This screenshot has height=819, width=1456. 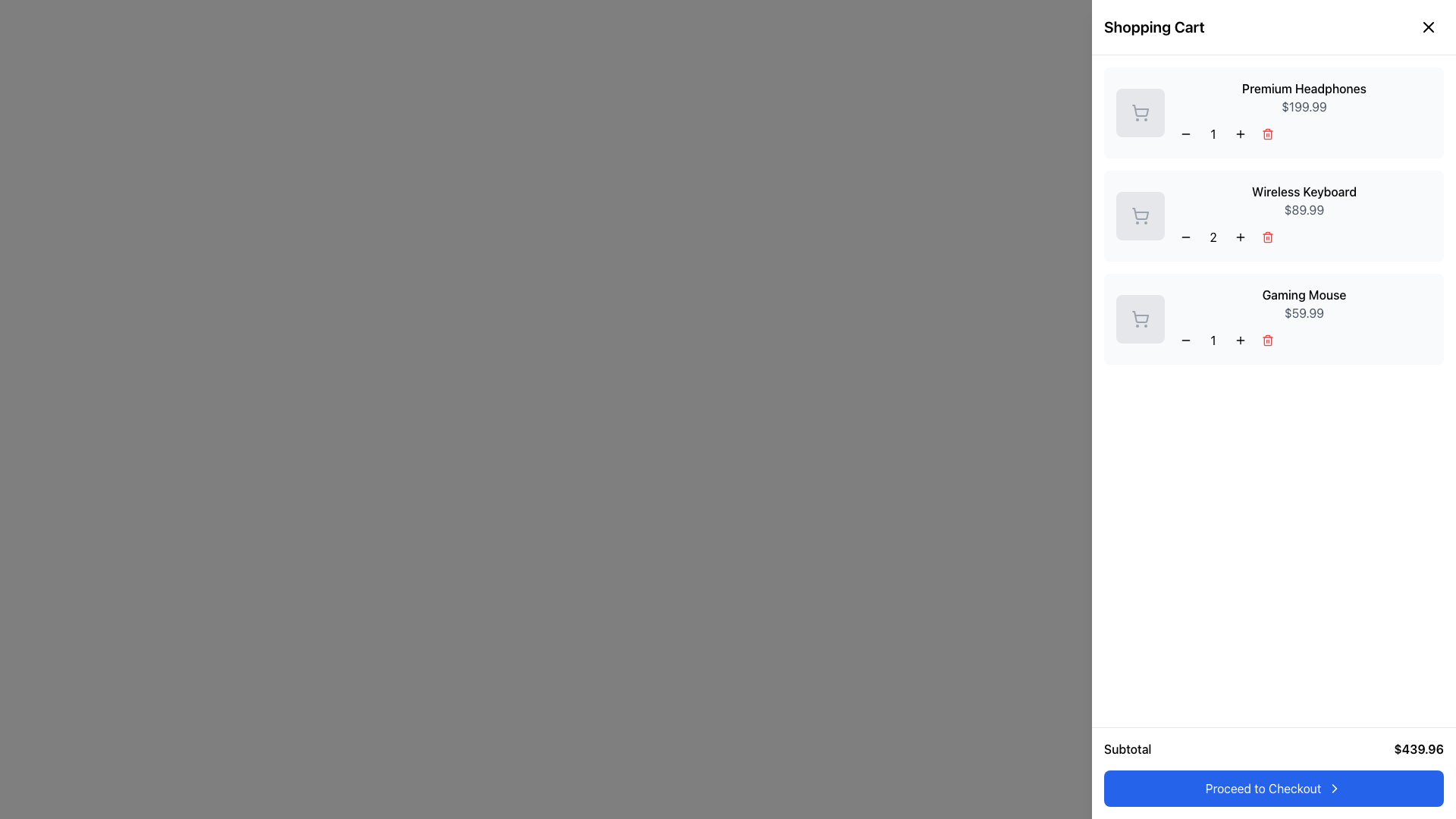 What do you see at coordinates (1267, 237) in the screenshot?
I see `the red trash bin icon button located on the right side of the 'Wireless Keyboard' item in the shopping cart` at bounding box center [1267, 237].